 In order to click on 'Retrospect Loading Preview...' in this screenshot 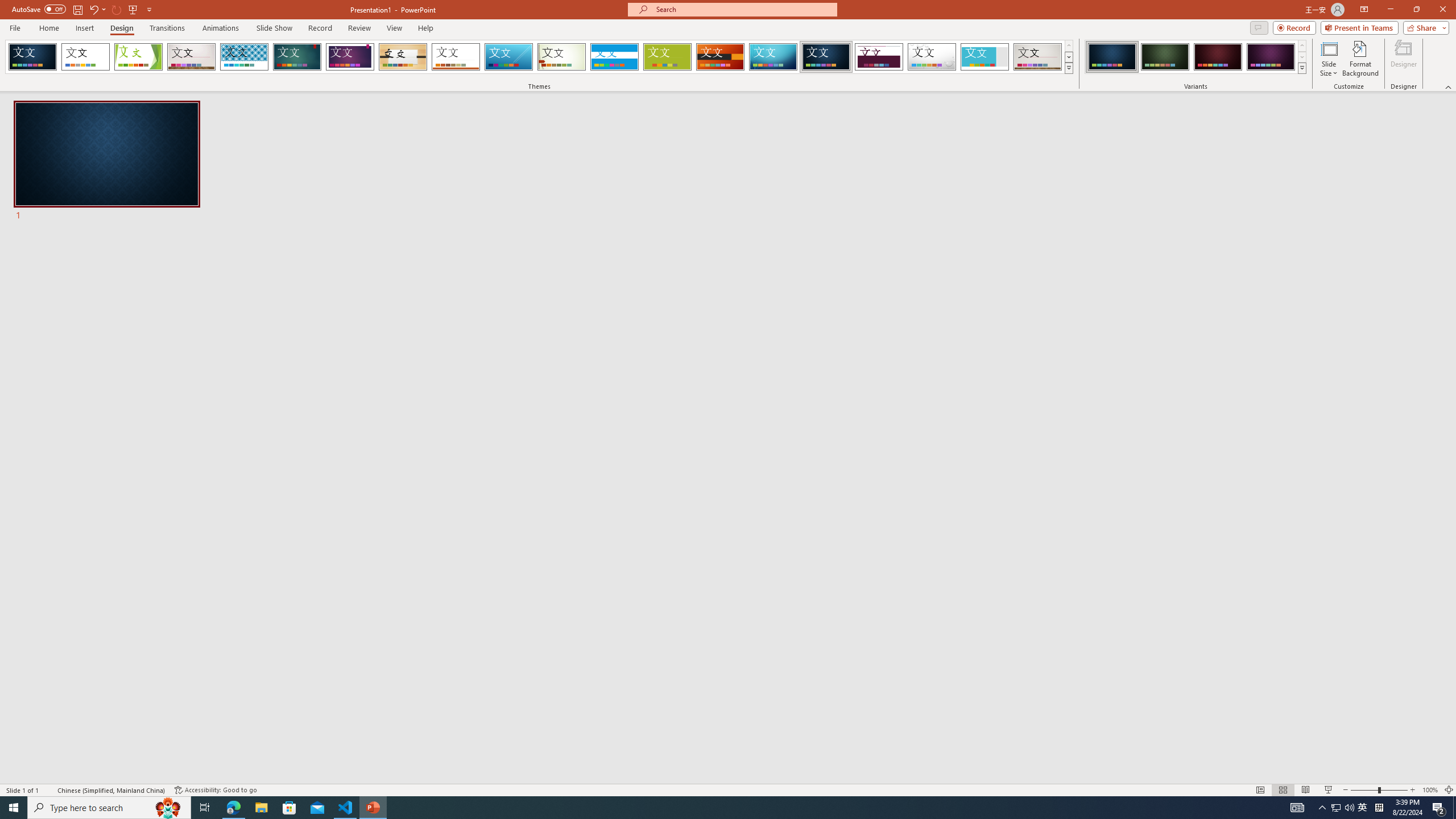, I will do `click(455, 56)`.